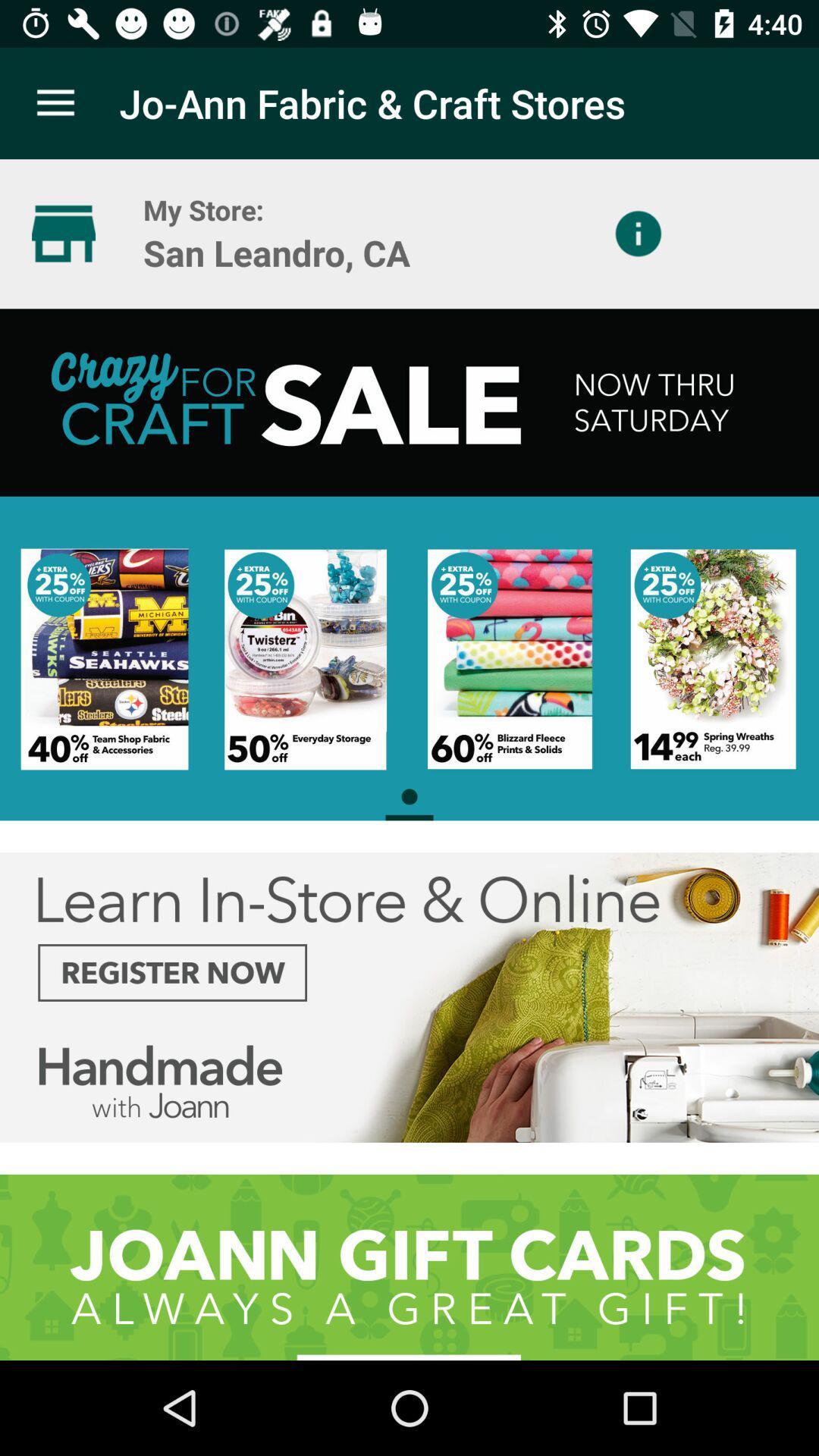 The image size is (819, 1456). Describe the element at coordinates (638, 233) in the screenshot. I see `item below jo ann fabric item` at that location.